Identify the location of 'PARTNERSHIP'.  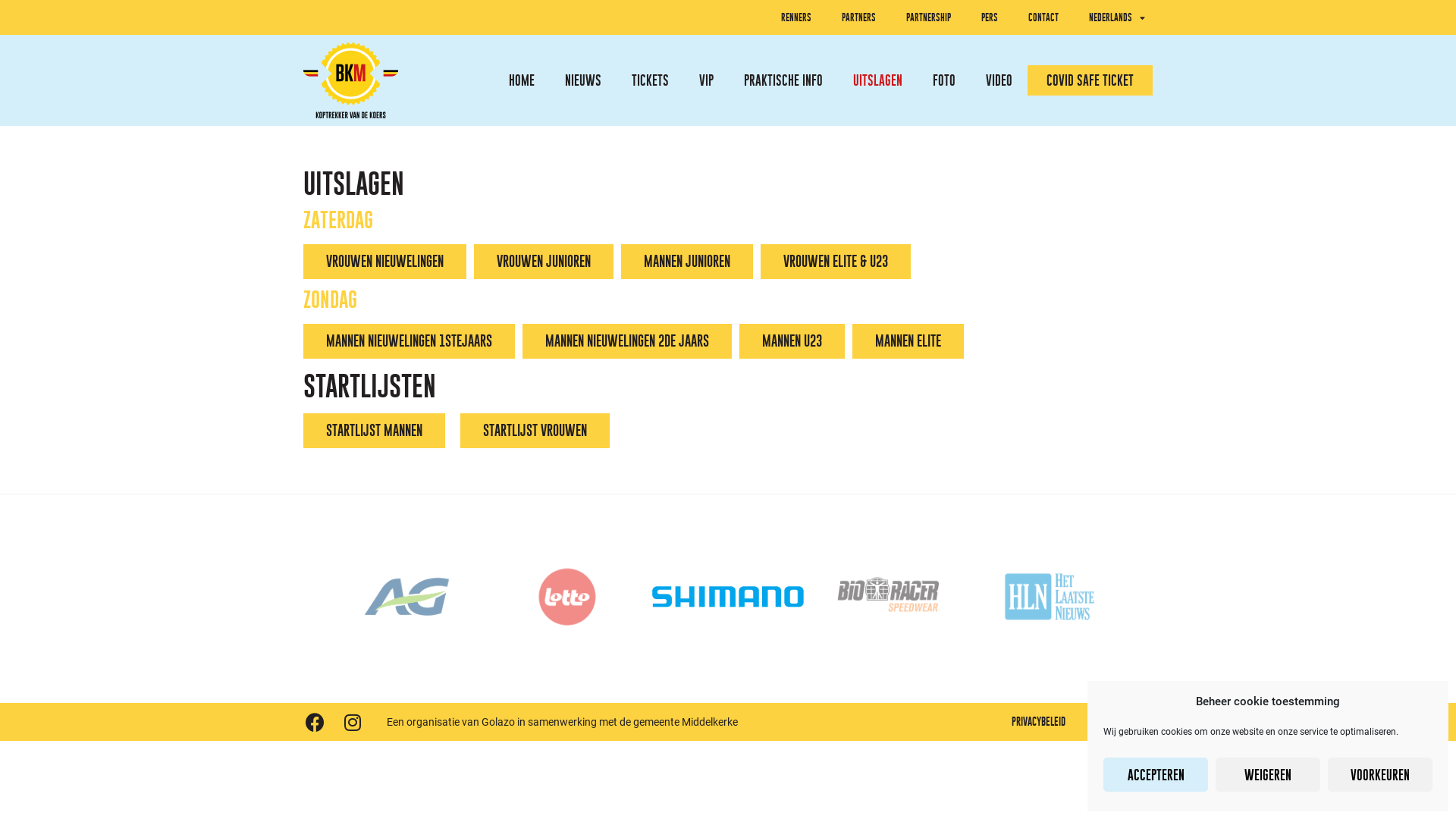
(927, 17).